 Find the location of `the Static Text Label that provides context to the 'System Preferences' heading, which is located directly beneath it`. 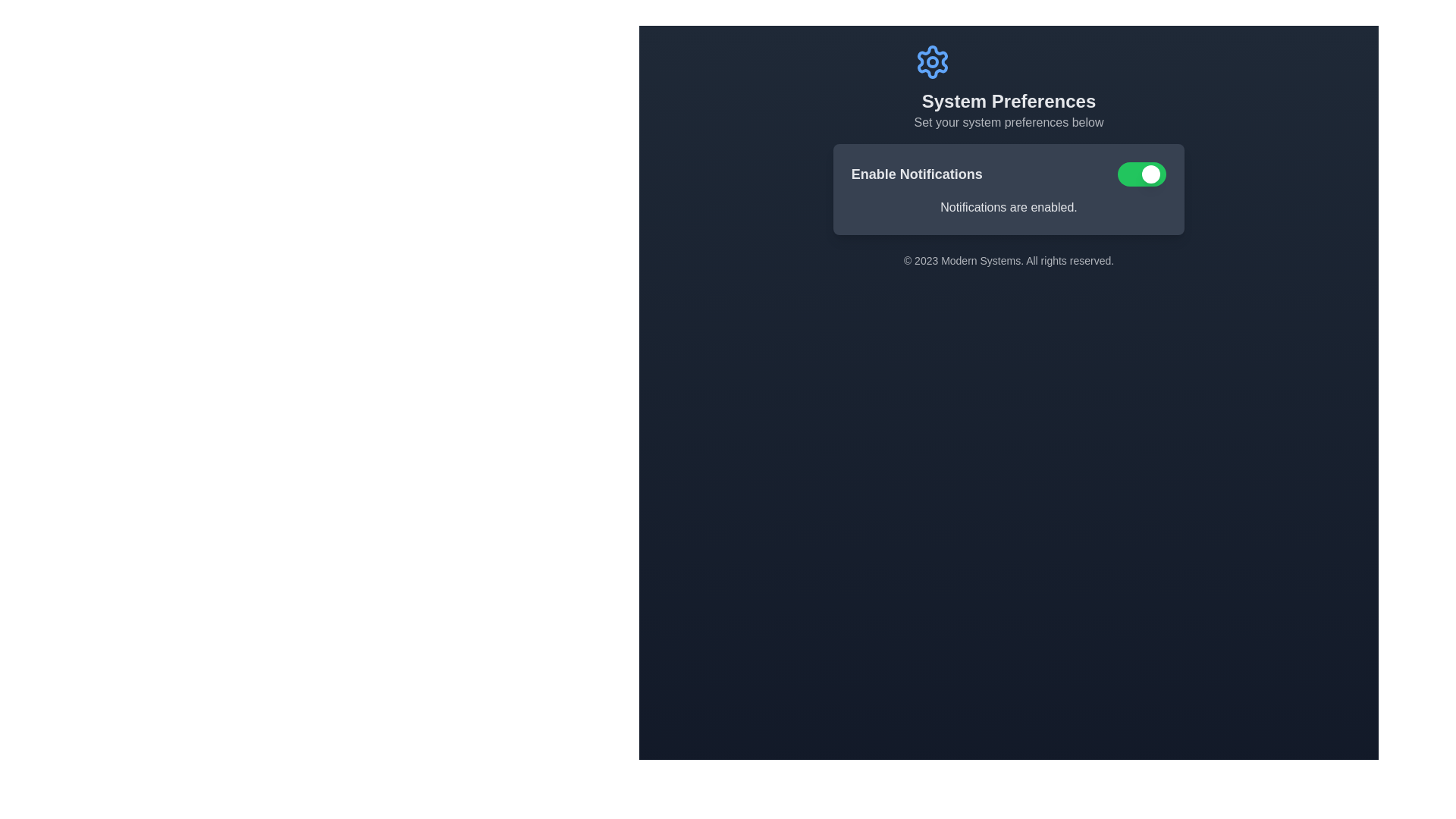

the Static Text Label that provides context to the 'System Preferences' heading, which is located directly beneath it is located at coordinates (1009, 122).